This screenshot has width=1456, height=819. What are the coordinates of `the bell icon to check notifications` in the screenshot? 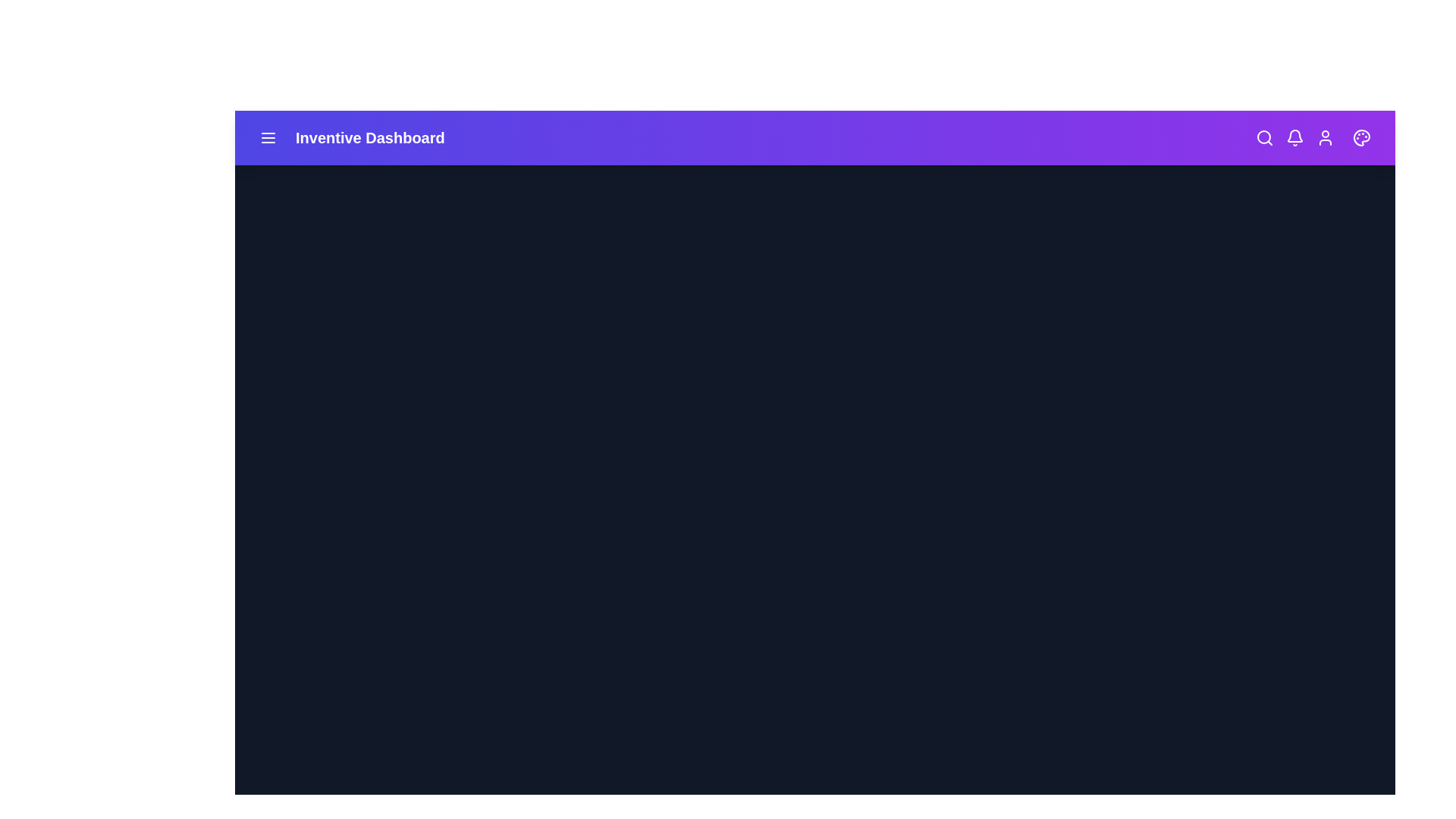 It's located at (1294, 137).